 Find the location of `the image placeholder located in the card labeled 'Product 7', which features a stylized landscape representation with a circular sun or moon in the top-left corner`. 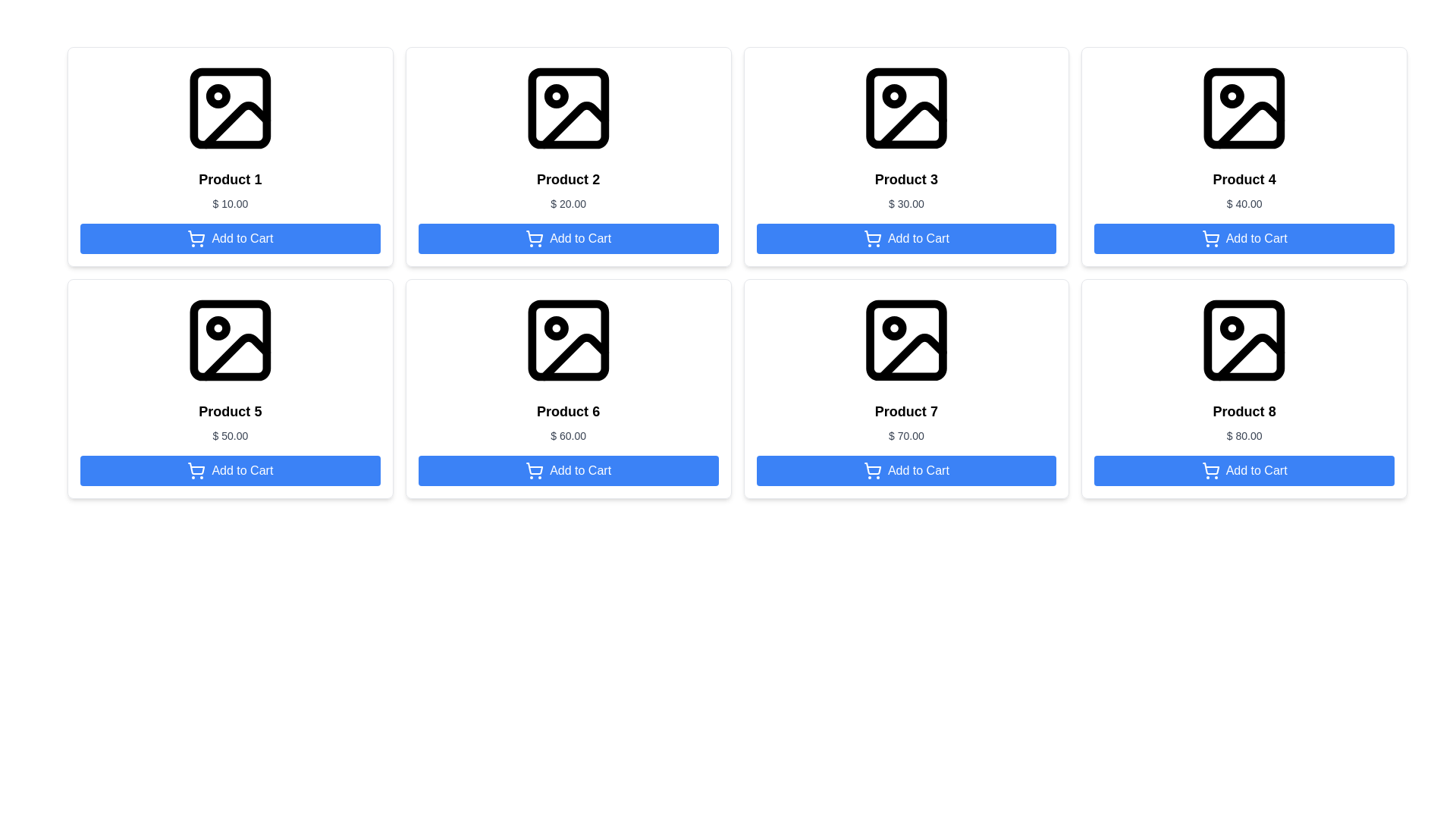

the image placeholder located in the card labeled 'Product 7', which features a stylized landscape representation with a circular sun or moon in the top-left corner is located at coordinates (906, 339).